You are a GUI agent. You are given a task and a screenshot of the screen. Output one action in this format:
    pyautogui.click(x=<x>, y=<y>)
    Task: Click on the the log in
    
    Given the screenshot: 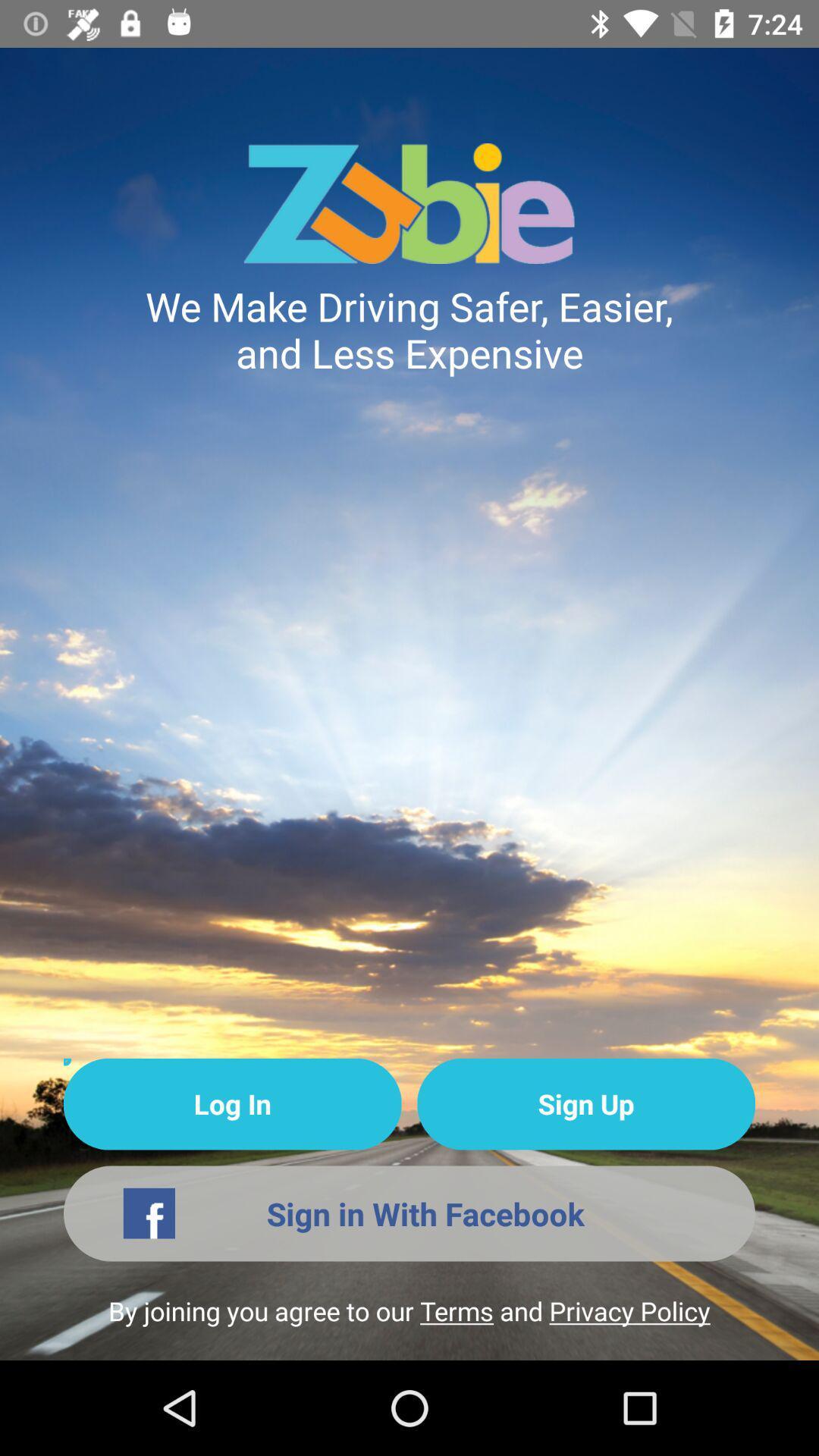 What is the action you would take?
    pyautogui.click(x=232, y=1104)
    